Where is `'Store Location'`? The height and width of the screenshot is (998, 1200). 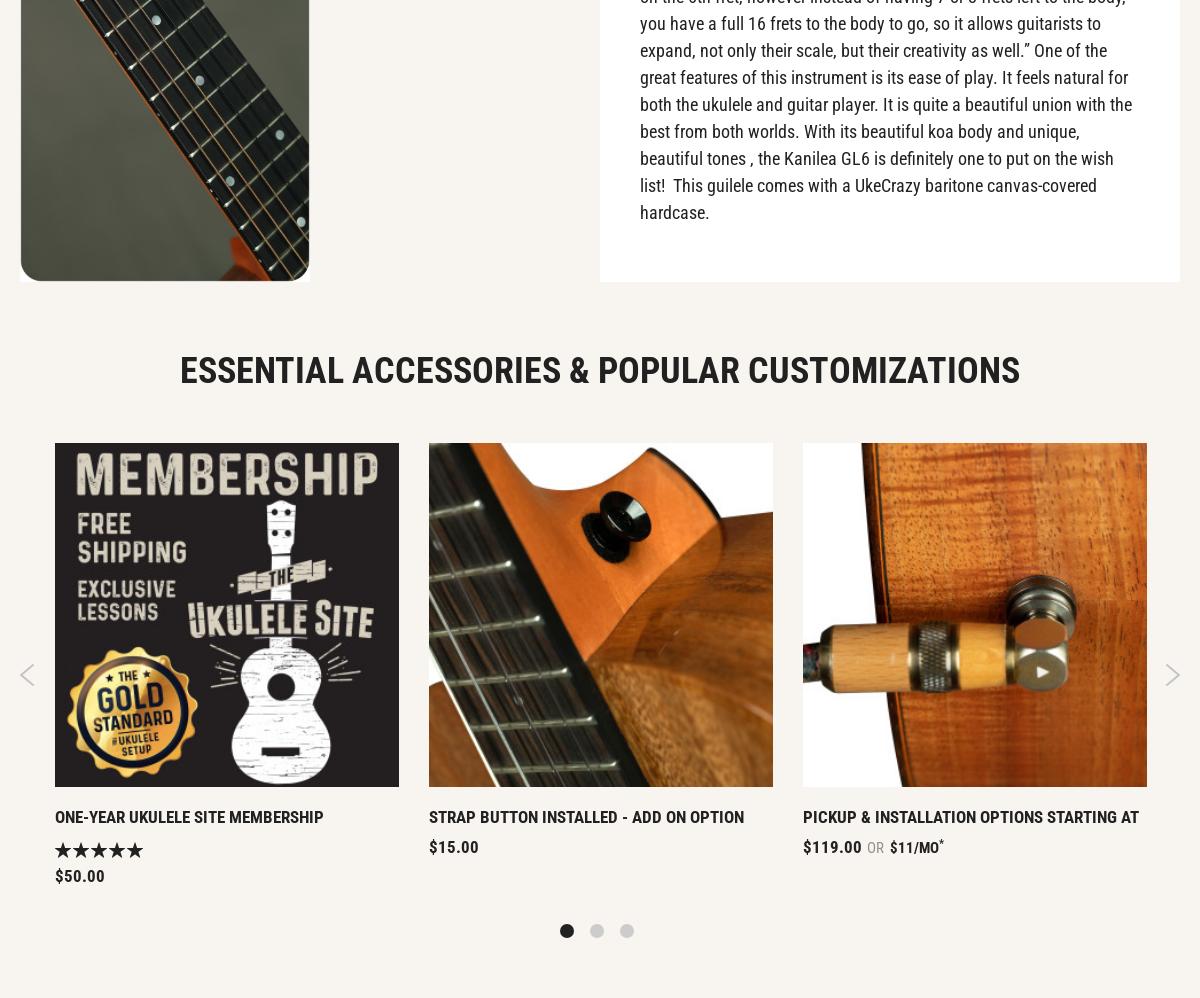
'Store Location' is located at coordinates (953, 234).